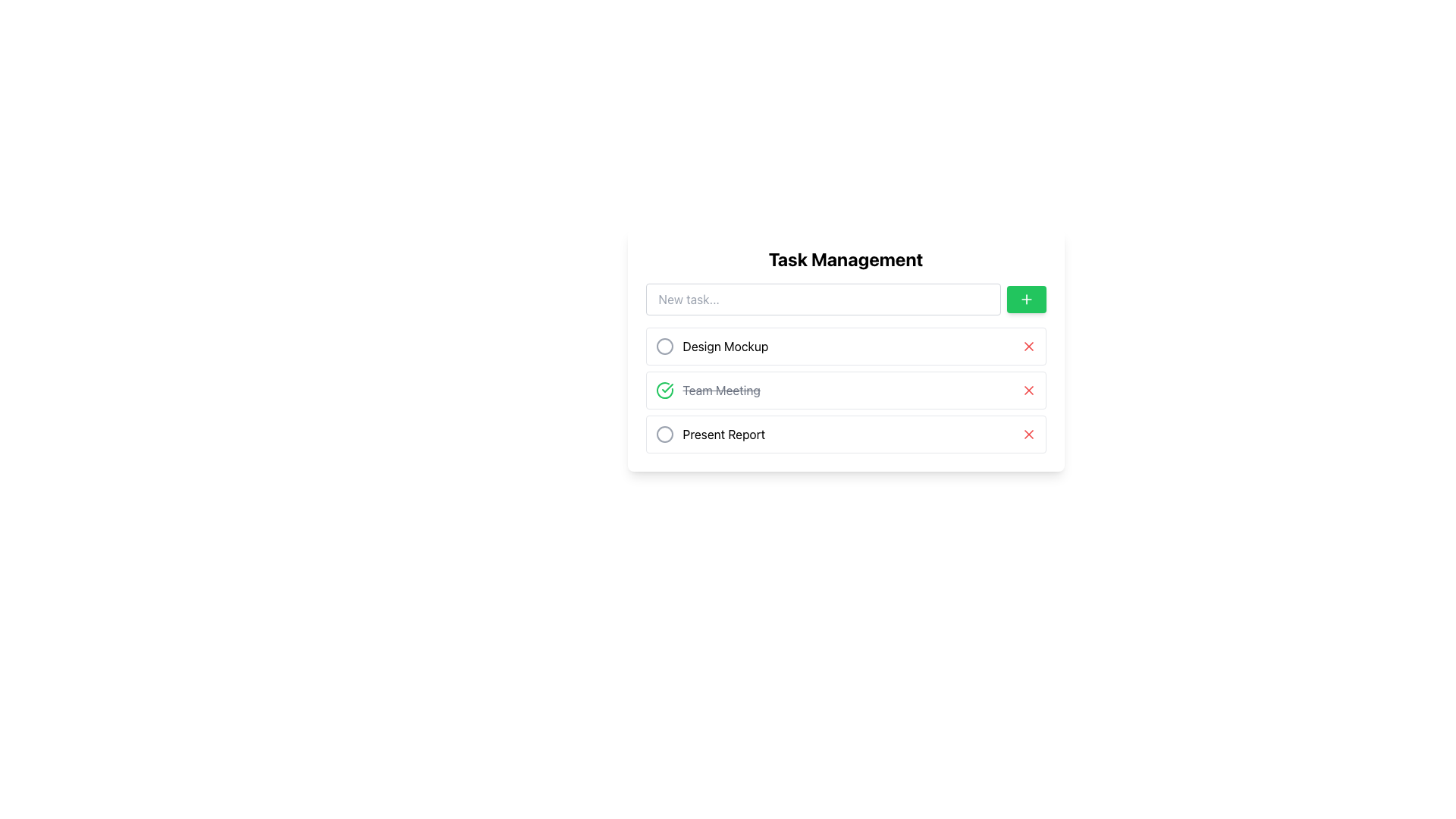 The height and width of the screenshot is (819, 1456). What do you see at coordinates (723, 435) in the screenshot?
I see `title of the task labeled 'Present Report', which is the third item in the task list below 'Team Meeting'` at bounding box center [723, 435].